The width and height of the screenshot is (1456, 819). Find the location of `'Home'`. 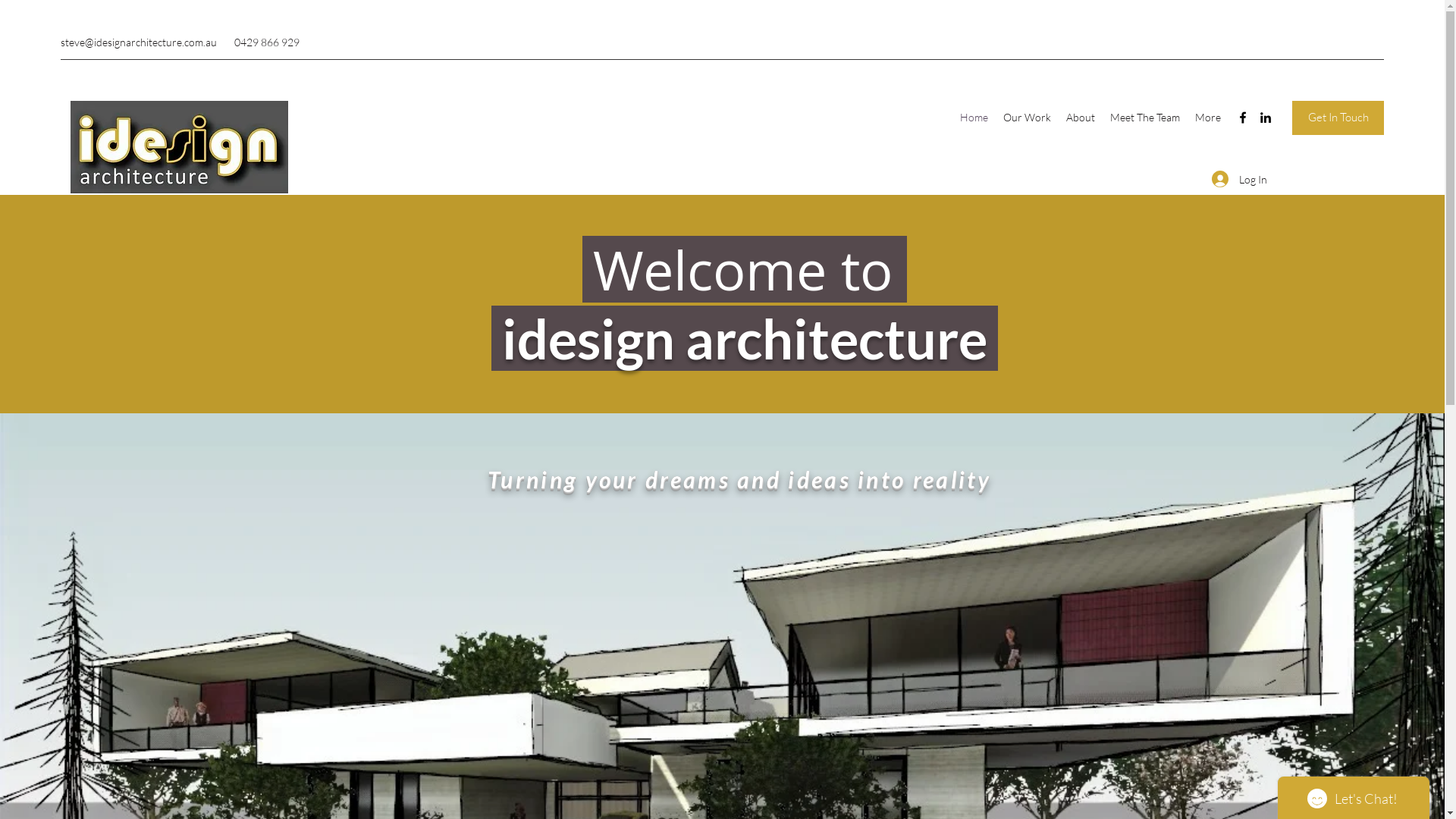

'Home' is located at coordinates (974, 116).